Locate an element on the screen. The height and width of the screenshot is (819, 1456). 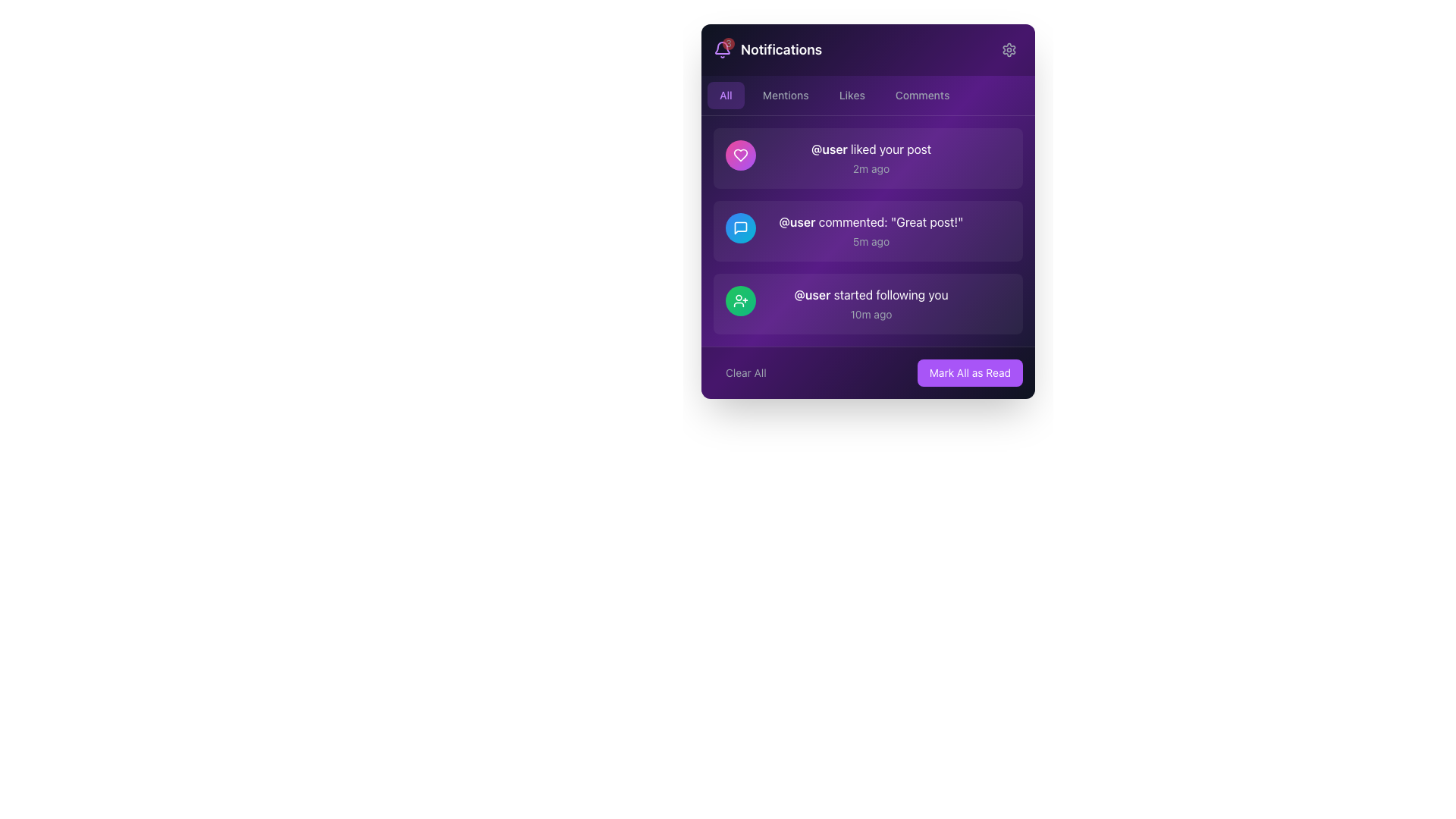
the notification header icon with badge count for accessibility navigation is located at coordinates (767, 49).